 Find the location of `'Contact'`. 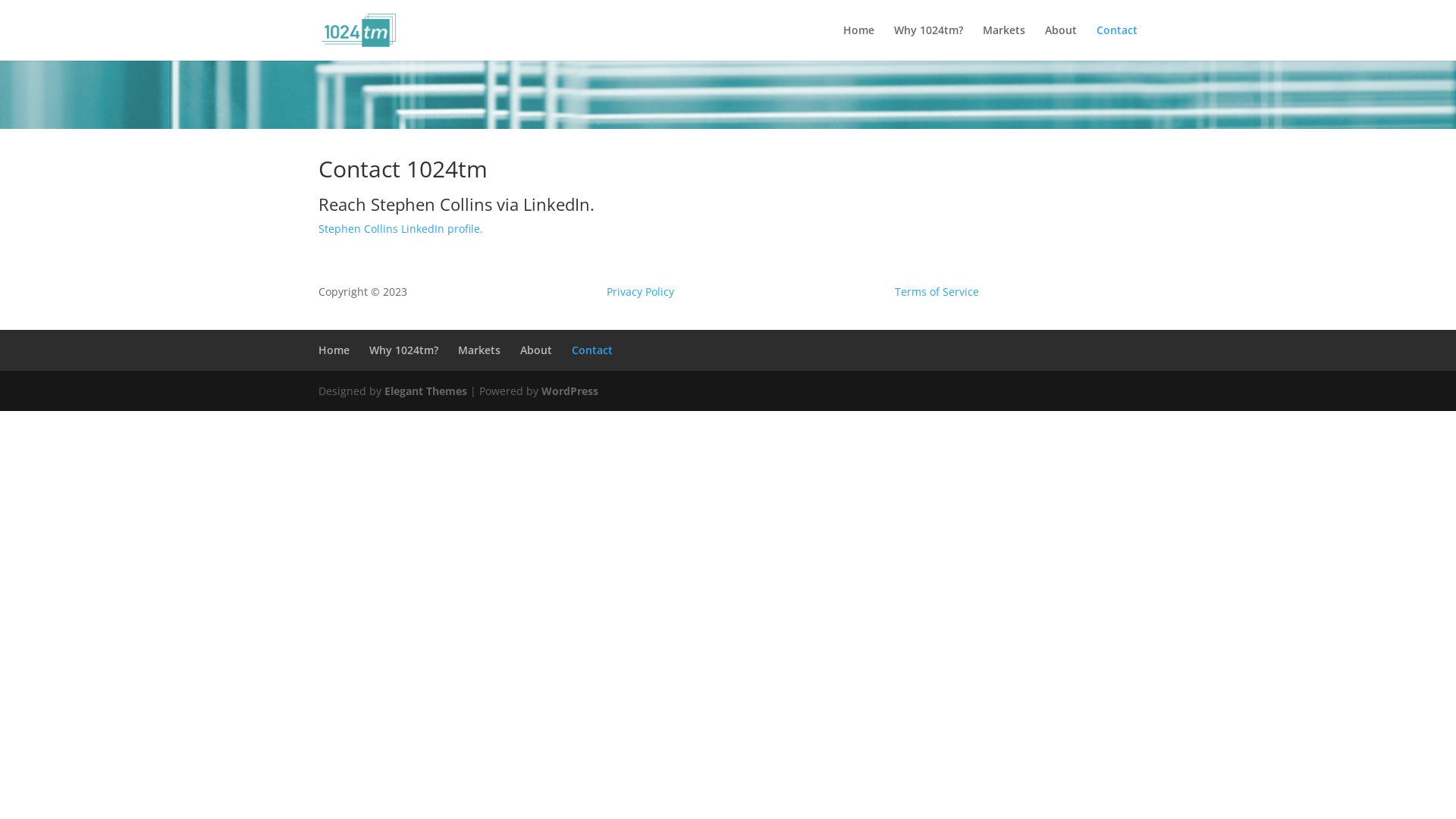

'Contact' is located at coordinates (1117, 42).